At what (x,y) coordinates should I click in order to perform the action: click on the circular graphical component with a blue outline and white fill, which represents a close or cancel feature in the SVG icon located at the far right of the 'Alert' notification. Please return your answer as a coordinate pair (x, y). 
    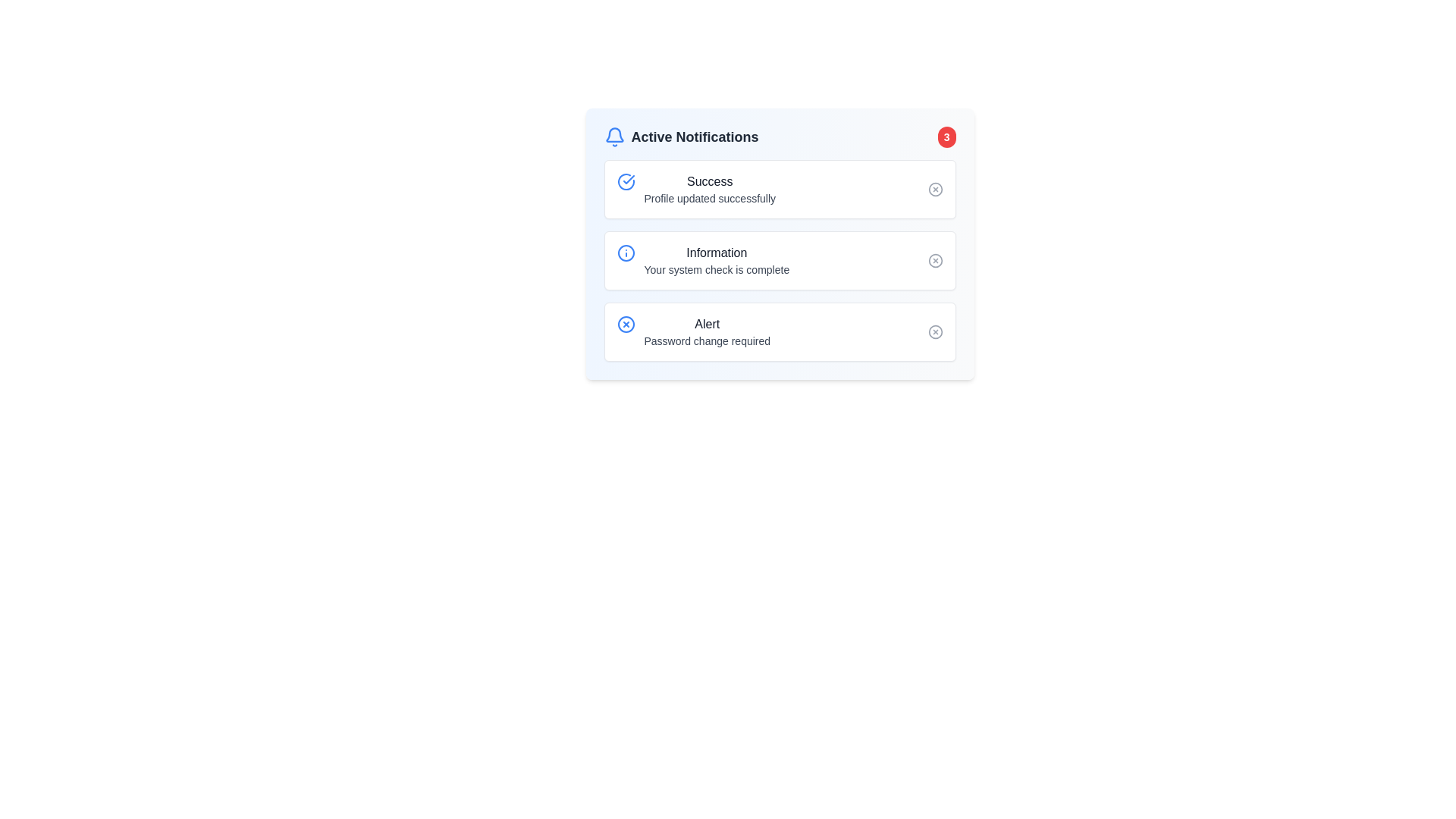
    Looking at the image, I should click on (626, 324).